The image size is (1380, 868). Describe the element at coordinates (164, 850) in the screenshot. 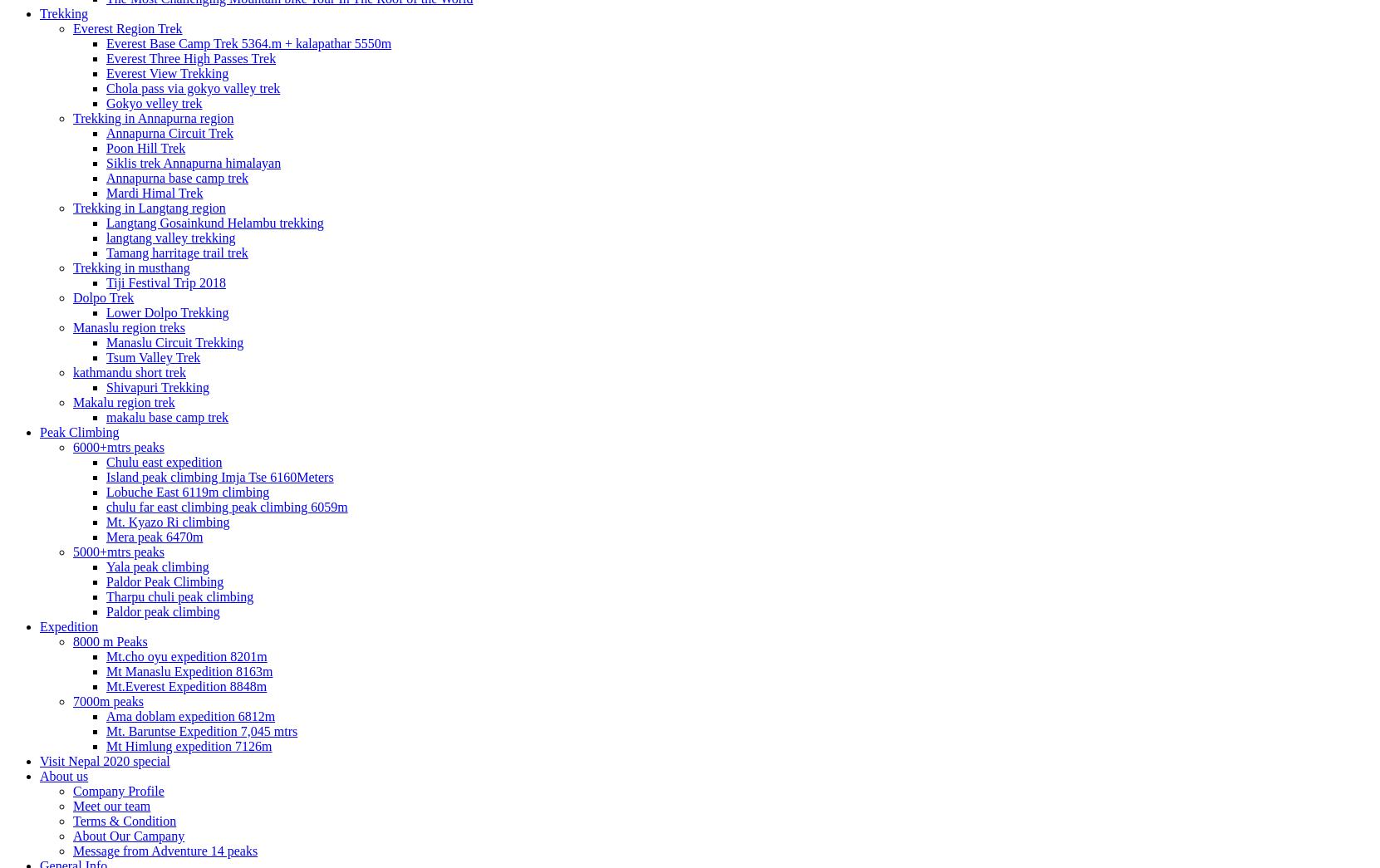

I see `'Message from Adventure 14 peaks'` at that location.